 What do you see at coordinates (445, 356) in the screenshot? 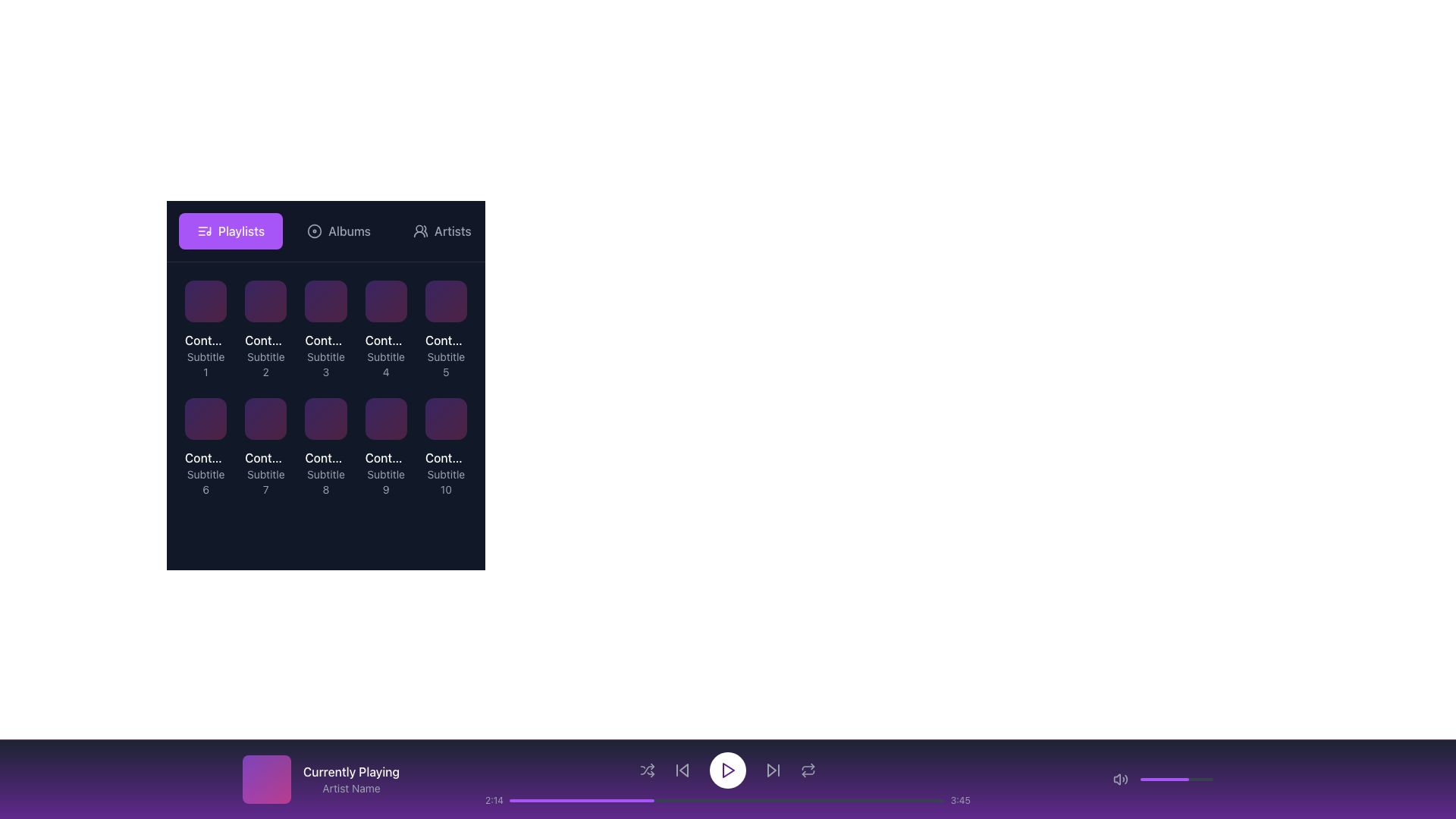
I see `the textual display element containing the title 'Content Title 5' and subtitle 'Subtitle 5' to interact with related features` at bounding box center [445, 356].